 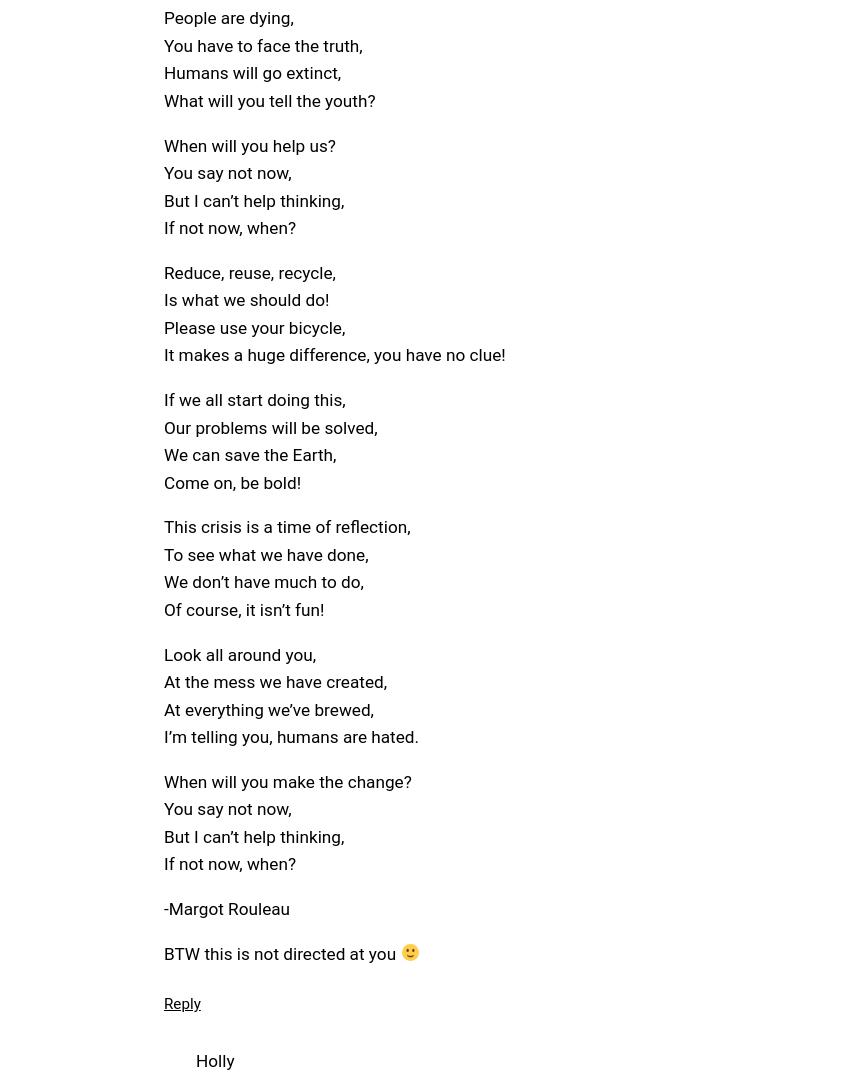 What do you see at coordinates (240, 652) in the screenshot?
I see `'Look all around you,'` at bounding box center [240, 652].